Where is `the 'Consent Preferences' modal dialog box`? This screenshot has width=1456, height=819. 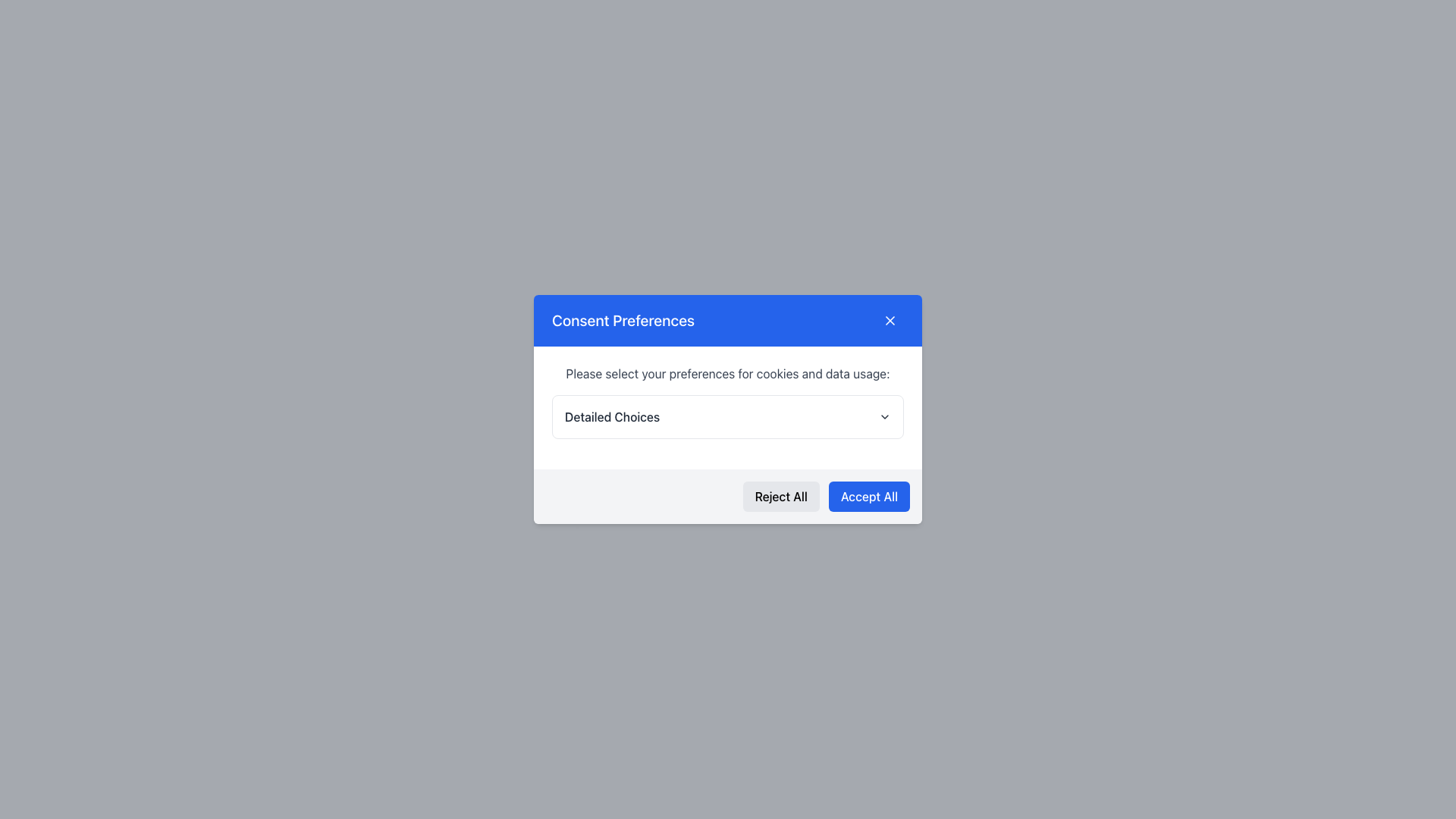 the 'Consent Preferences' modal dialog box is located at coordinates (728, 409).